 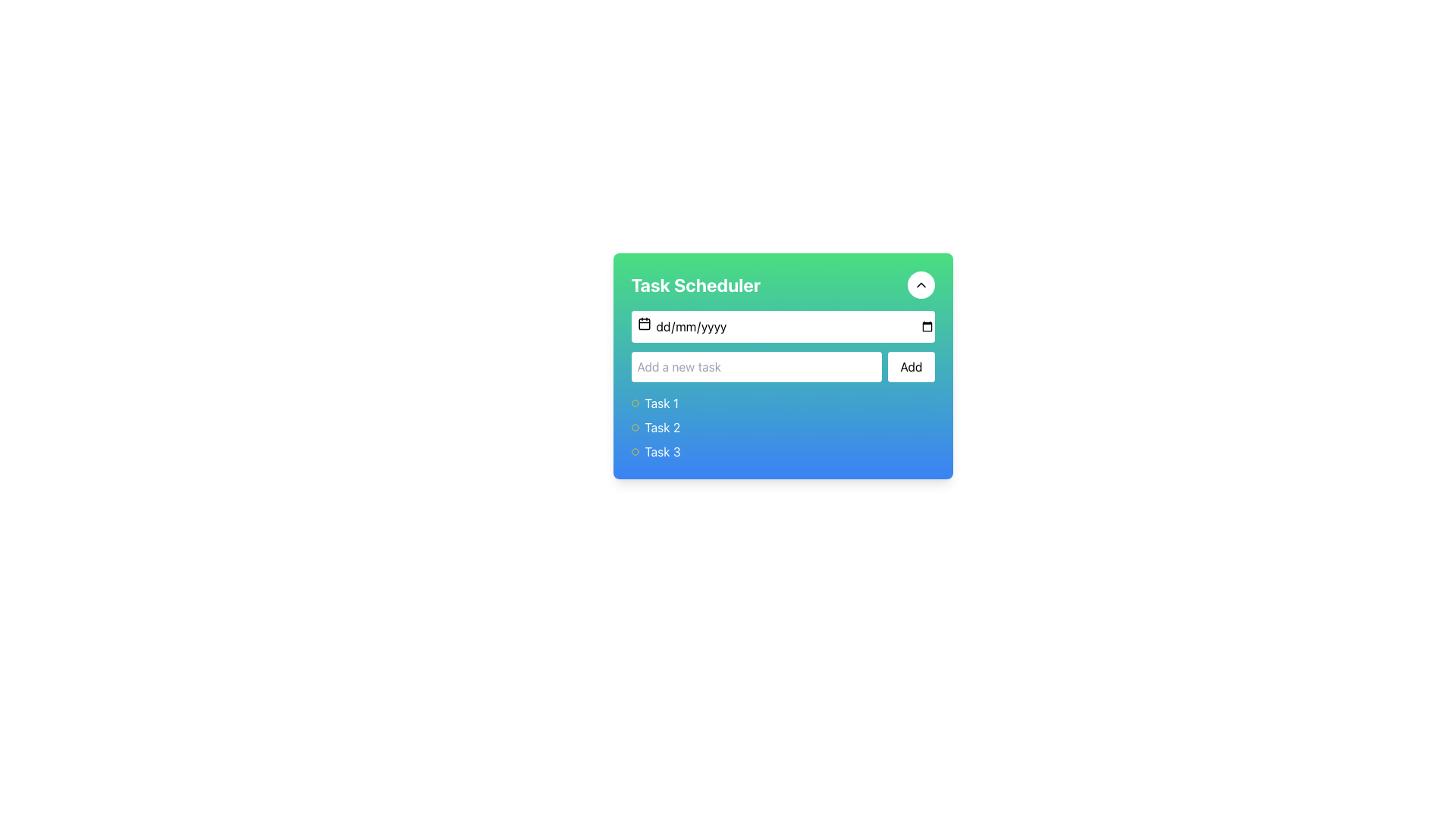 I want to click on the static text label displaying 'Task 2', which is styled with a white sans-serif font on a blue gradient background and positioned as the second item in a list below the 'Task Scheduler' header, so click(x=662, y=427).